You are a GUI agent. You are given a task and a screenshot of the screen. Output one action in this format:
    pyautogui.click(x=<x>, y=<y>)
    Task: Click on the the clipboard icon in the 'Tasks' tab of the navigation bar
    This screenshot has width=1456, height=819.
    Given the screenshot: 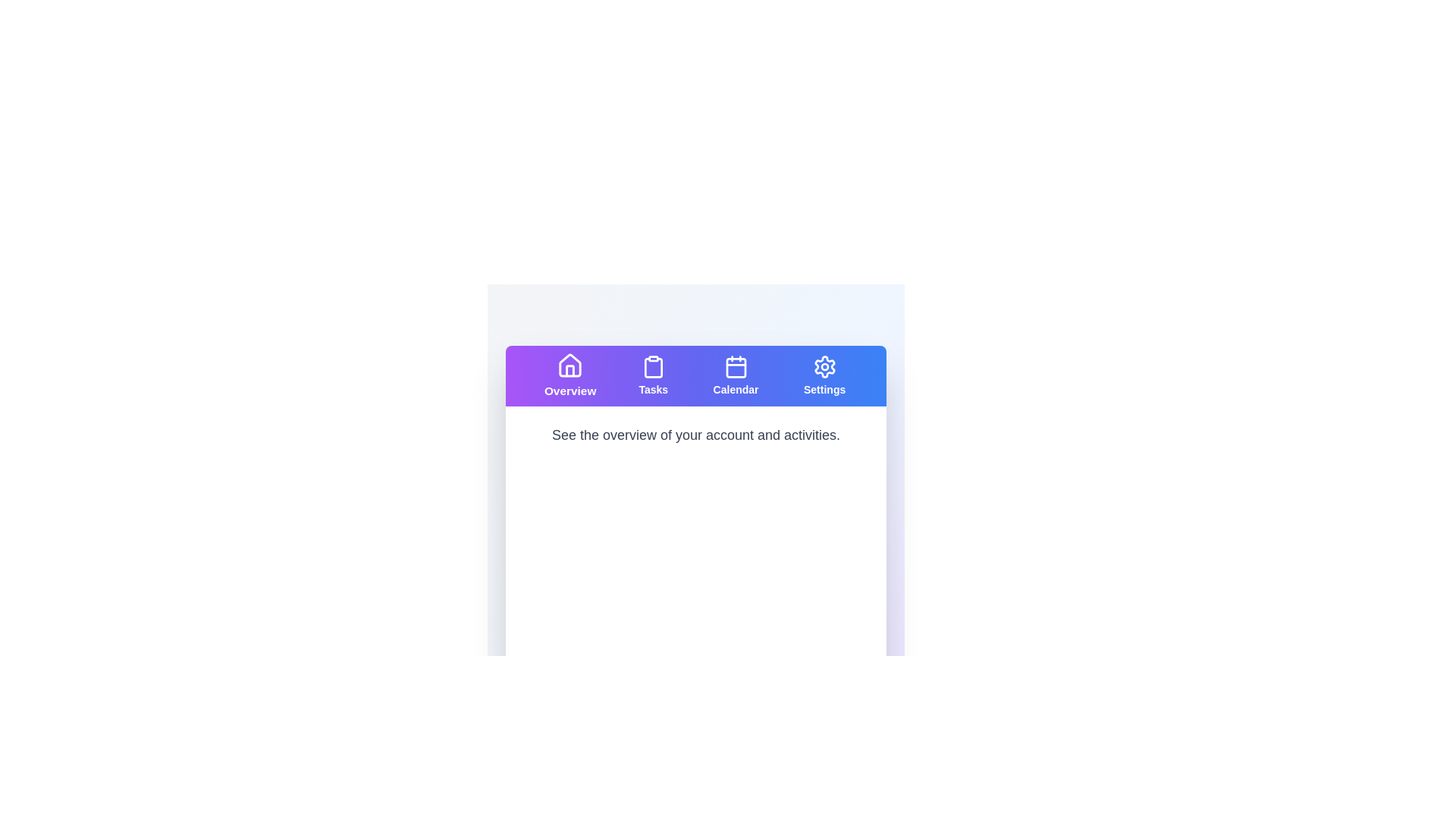 What is the action you would take?
    pyautogui.click(x=653, y=368)
    